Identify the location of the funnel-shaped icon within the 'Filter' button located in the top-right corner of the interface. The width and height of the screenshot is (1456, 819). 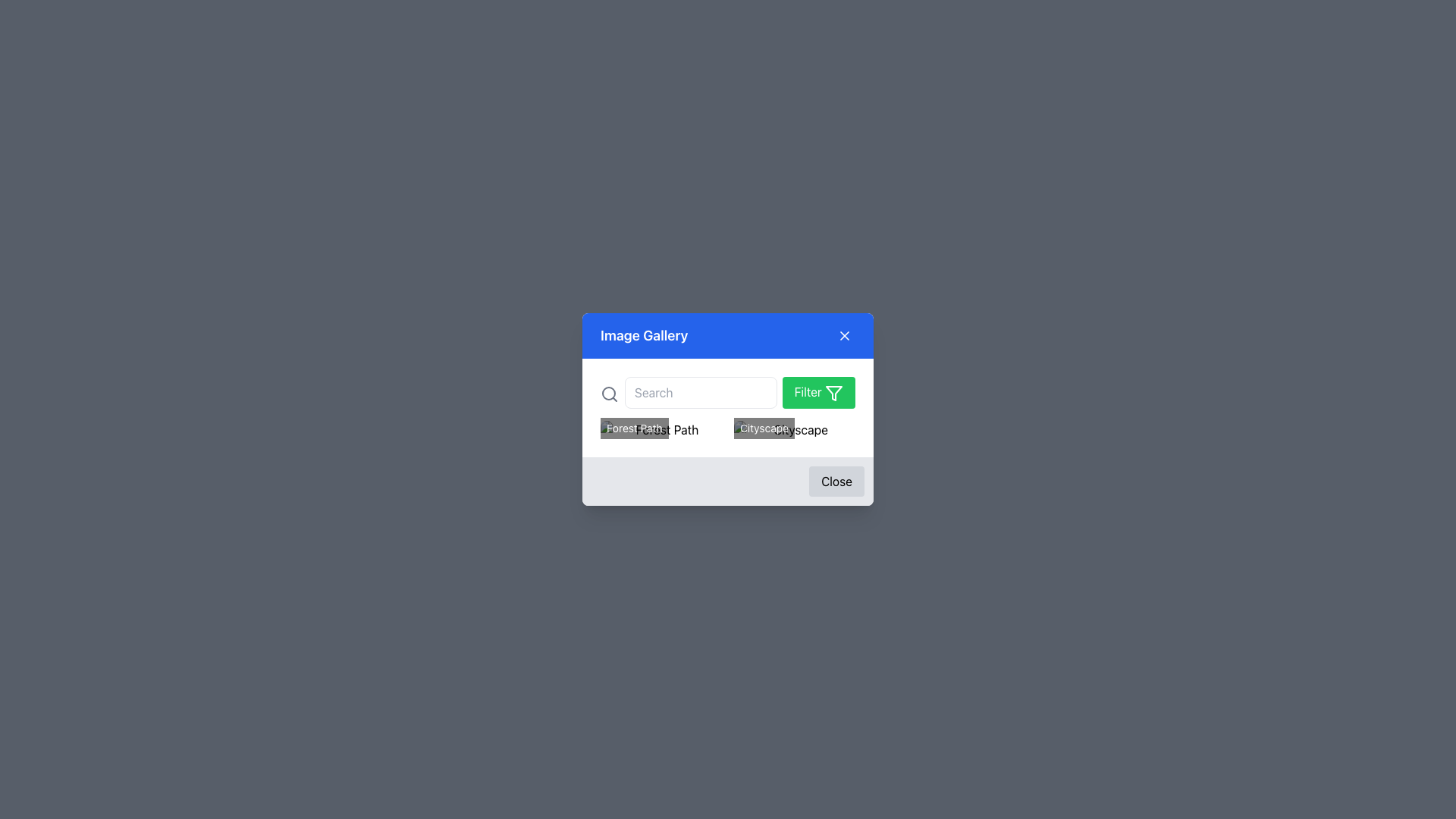
(833, 391).